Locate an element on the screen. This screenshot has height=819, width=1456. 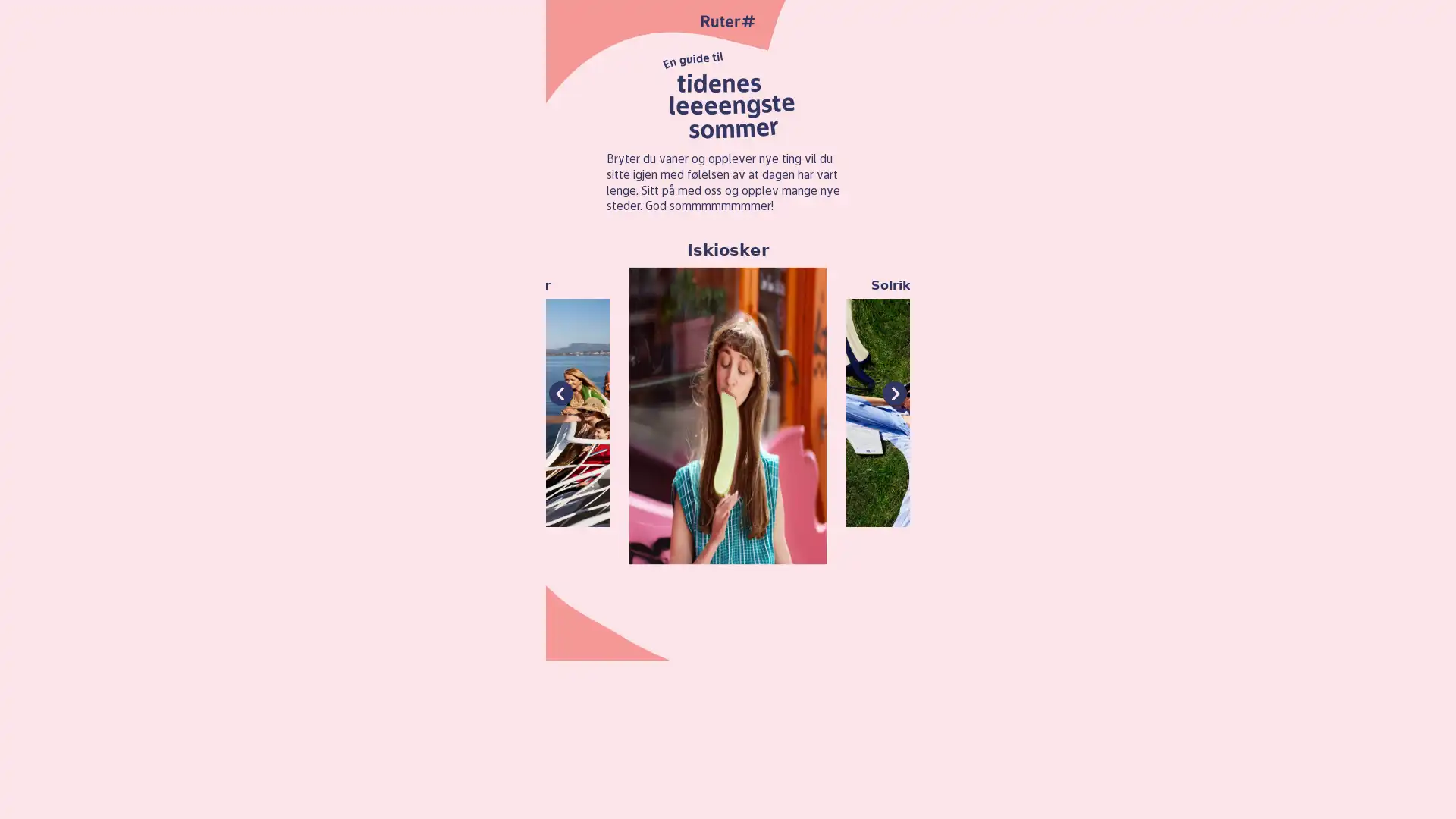
prev is located at coordinates (560, 393).